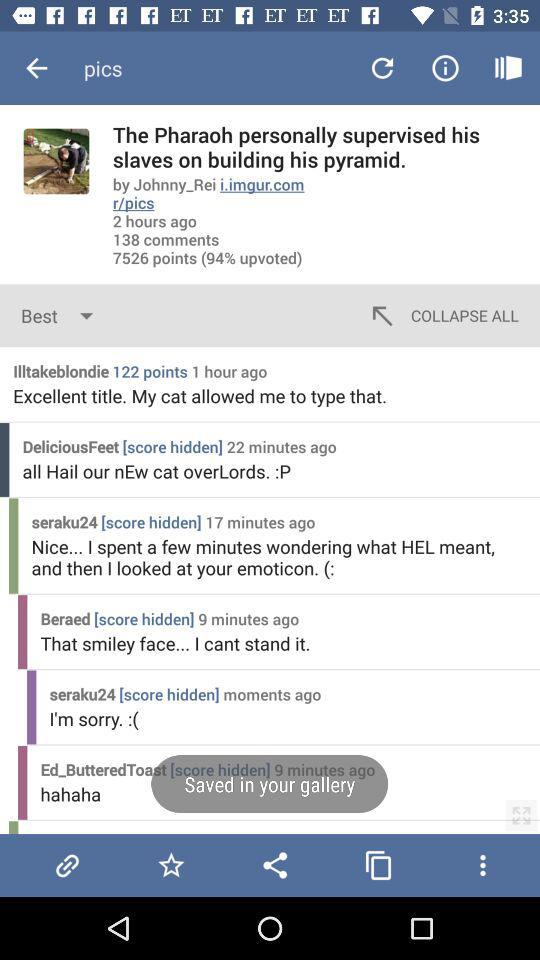 This screenshot has width=540, height=960. Describe the element at coordinates (274, 864) in the screenshot. I see `open sharing options` at that location.